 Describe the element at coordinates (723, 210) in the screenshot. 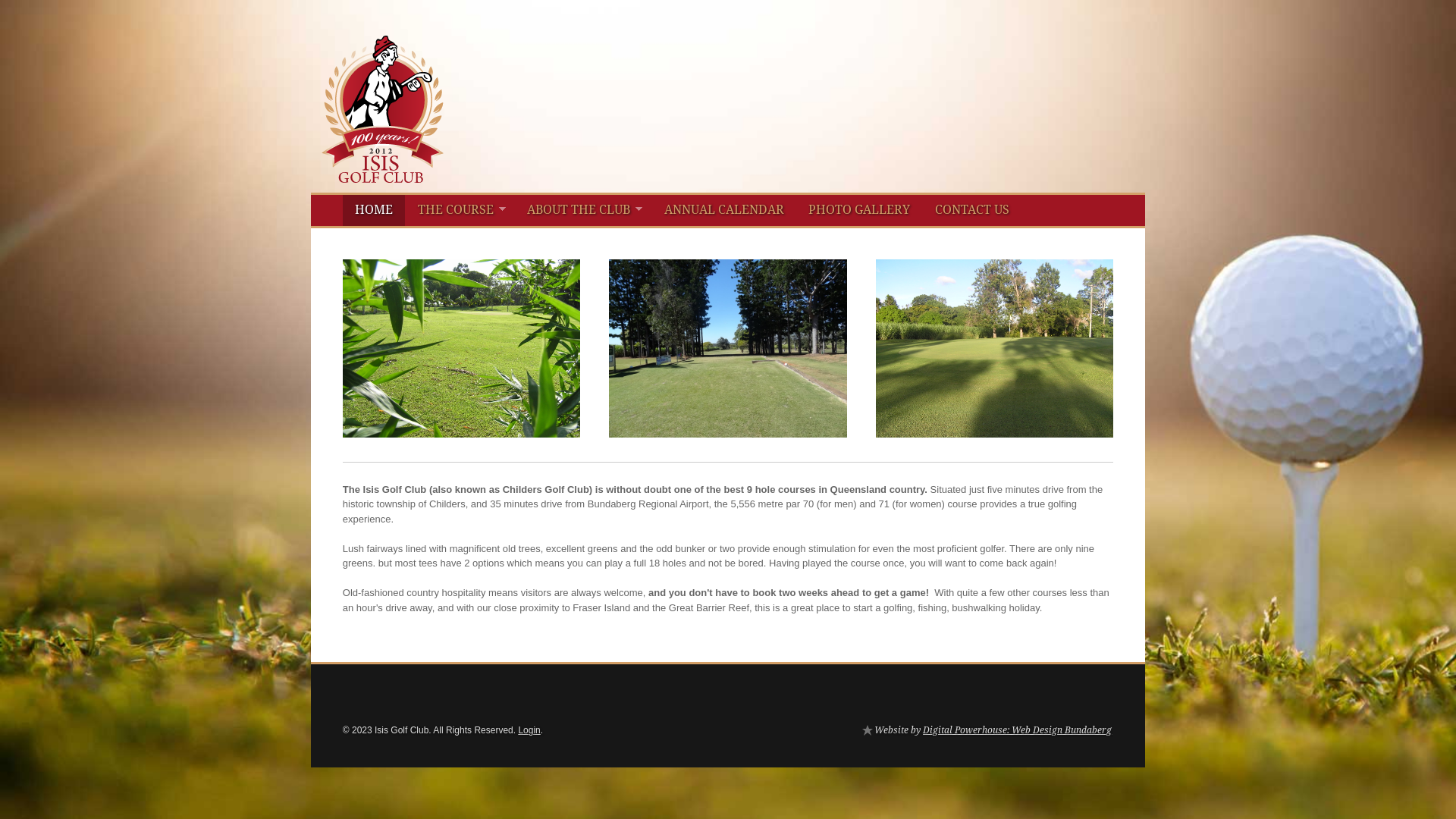

I see `'ANNUAL CALENDAR'` at that location.